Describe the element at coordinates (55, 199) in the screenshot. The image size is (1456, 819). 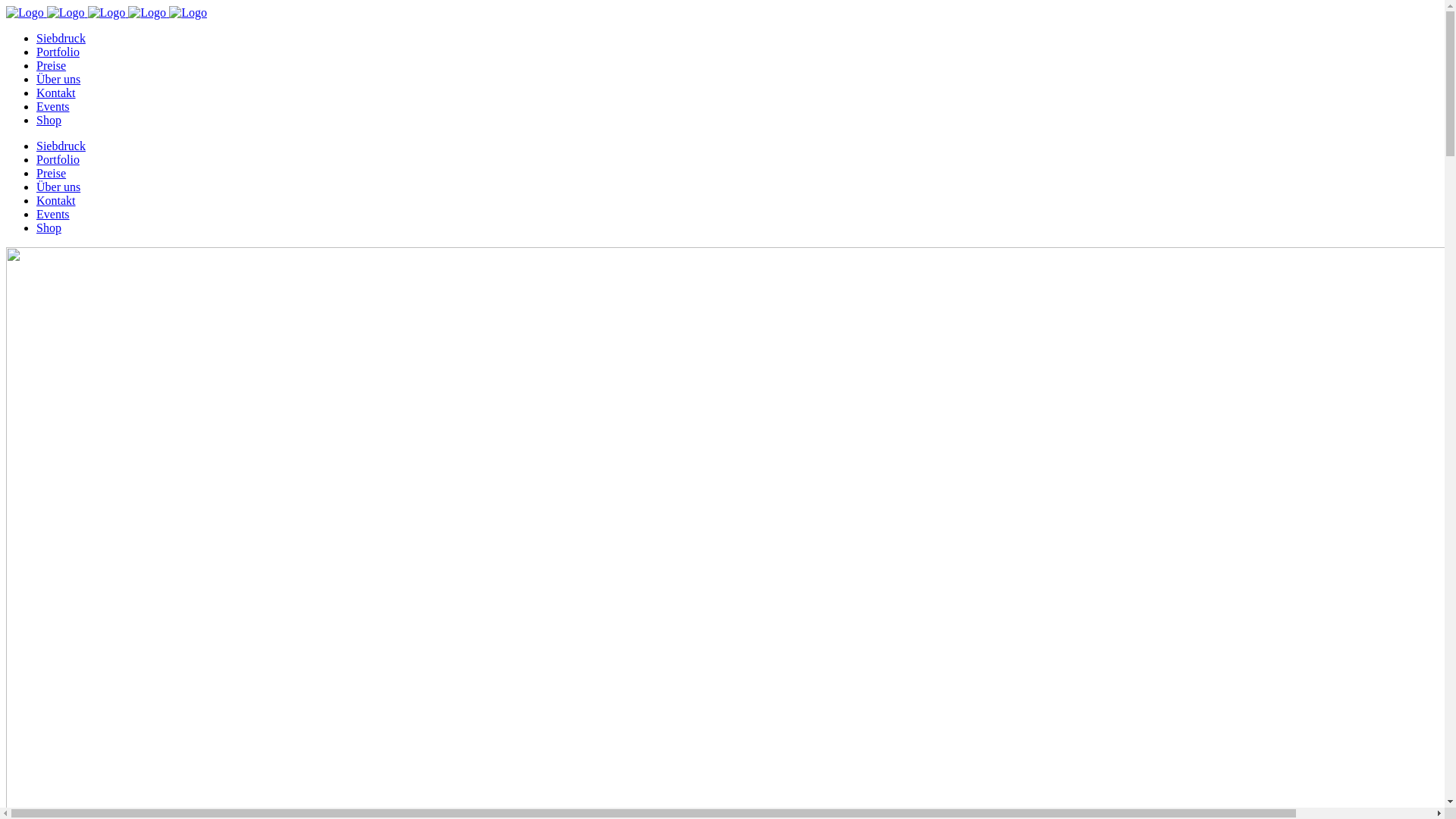
I see `'Kontakt'` at that location.